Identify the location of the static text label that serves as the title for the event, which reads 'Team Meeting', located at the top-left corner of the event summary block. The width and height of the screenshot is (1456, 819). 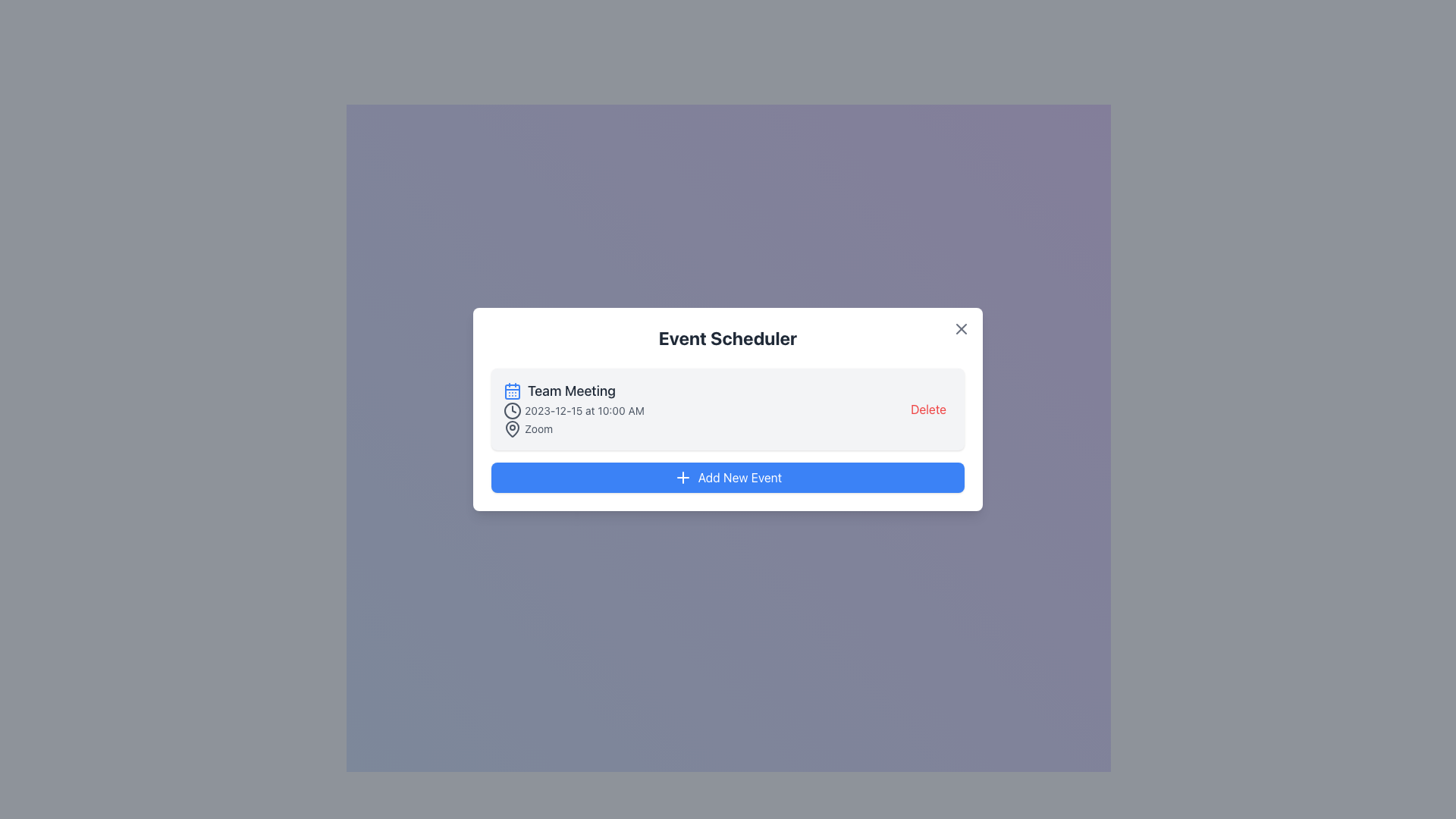
(573, 391).